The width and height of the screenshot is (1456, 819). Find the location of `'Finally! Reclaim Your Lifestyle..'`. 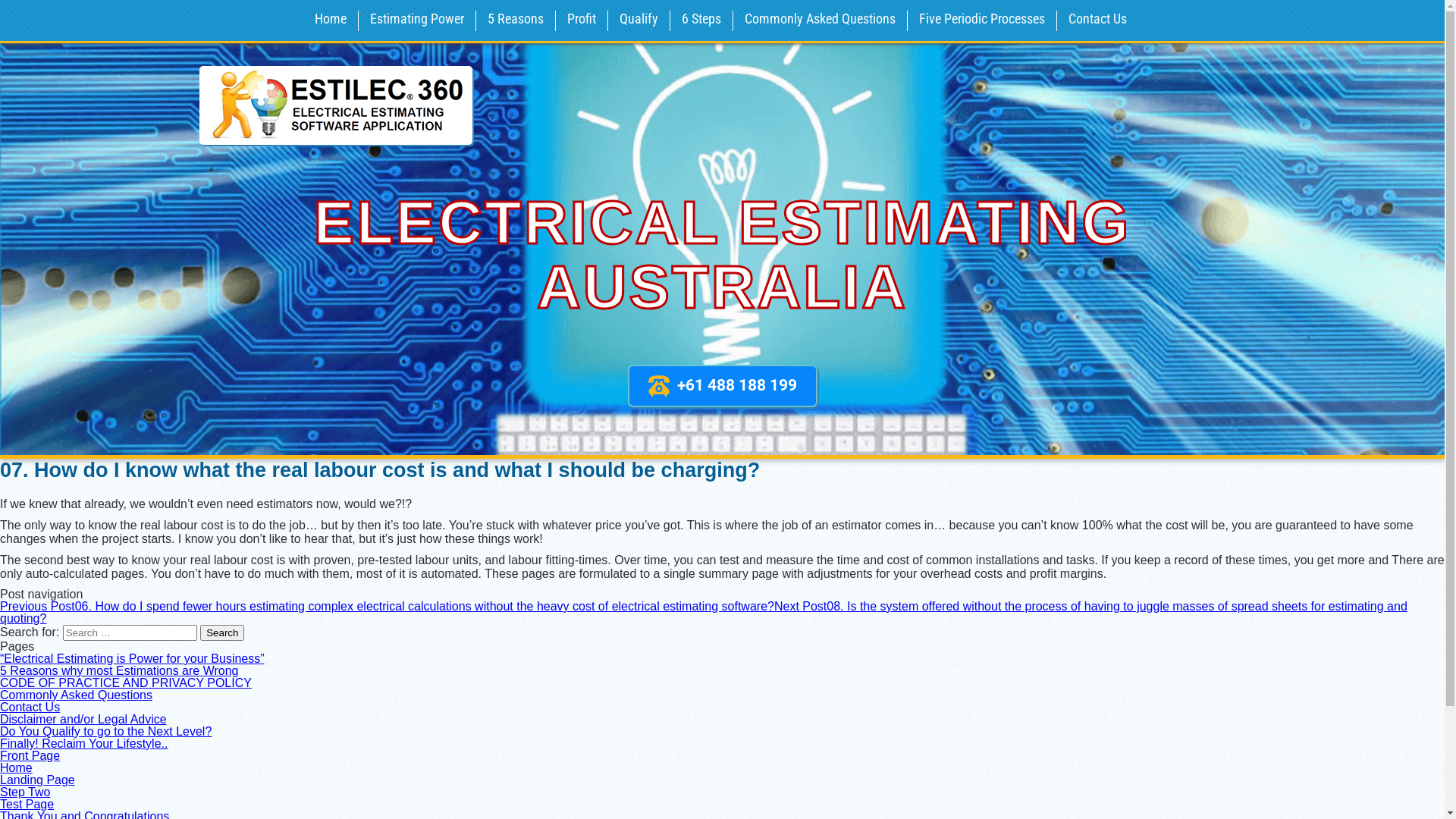

'Finally! Reclaim Your Lifestyle..' is located at coordinates (83, 742).